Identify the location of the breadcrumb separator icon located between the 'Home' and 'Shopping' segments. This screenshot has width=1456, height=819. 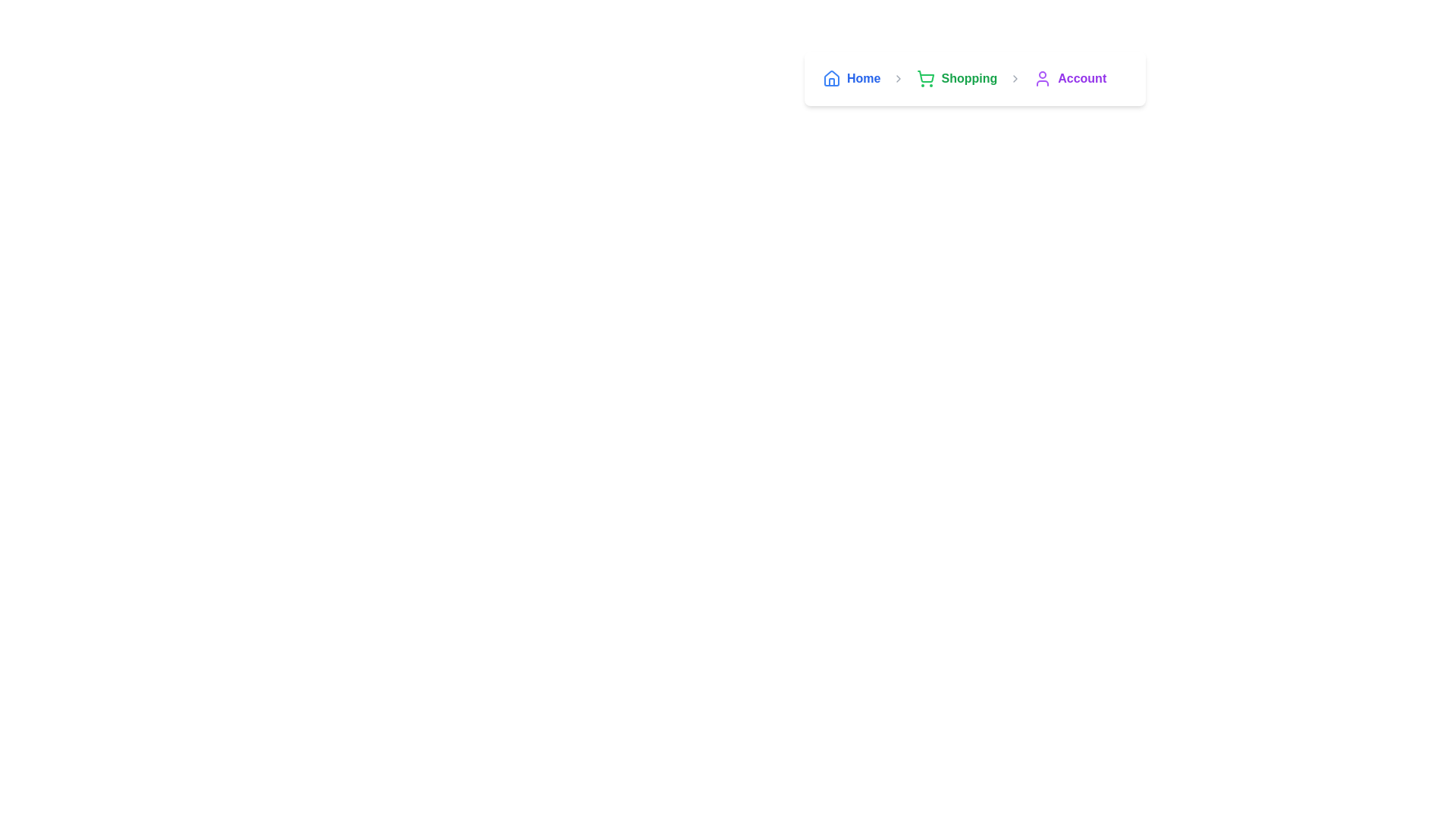
(899, 79).